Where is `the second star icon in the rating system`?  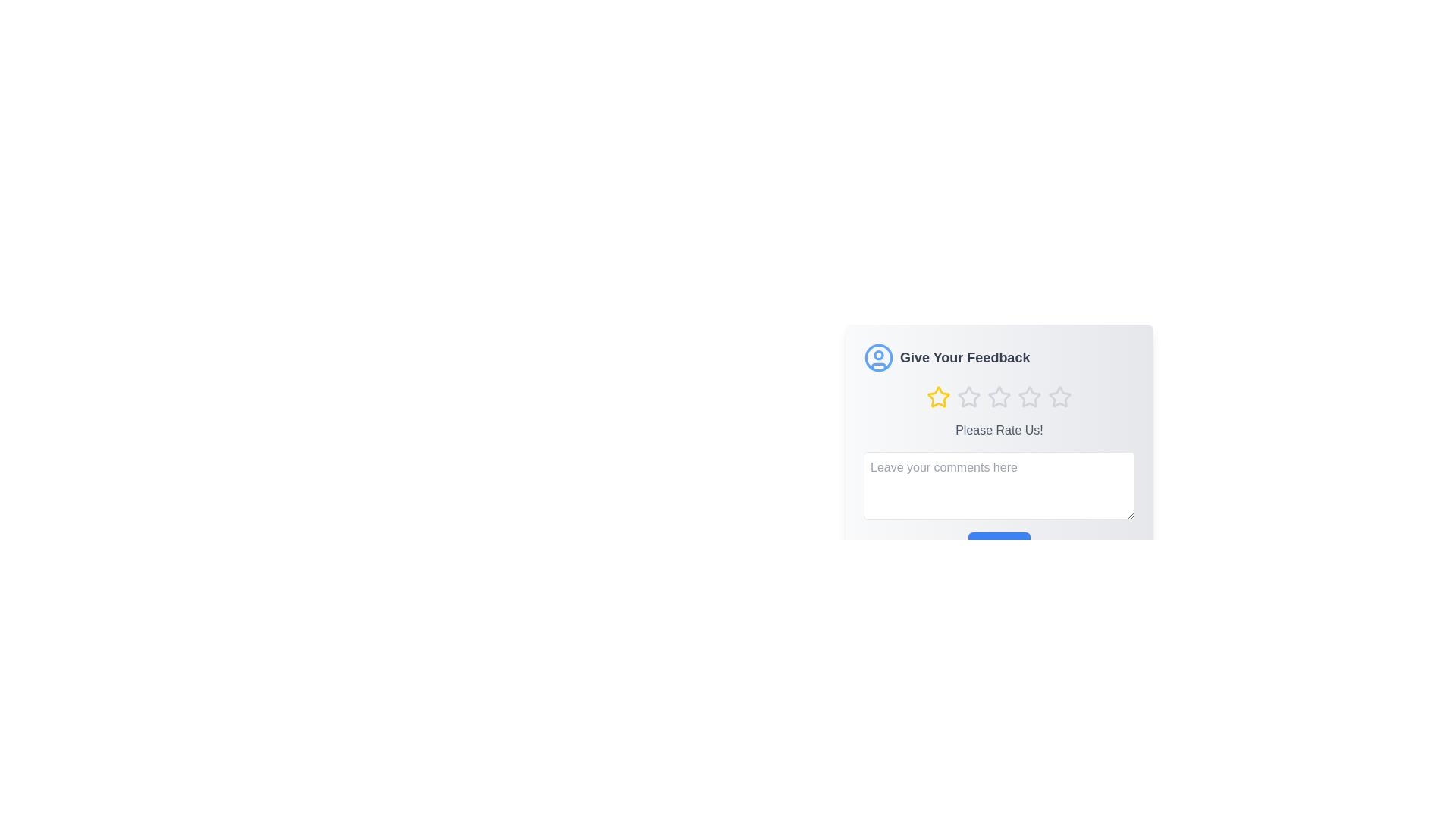
the second star icon in the rating system is located at coordinates (998, 396).